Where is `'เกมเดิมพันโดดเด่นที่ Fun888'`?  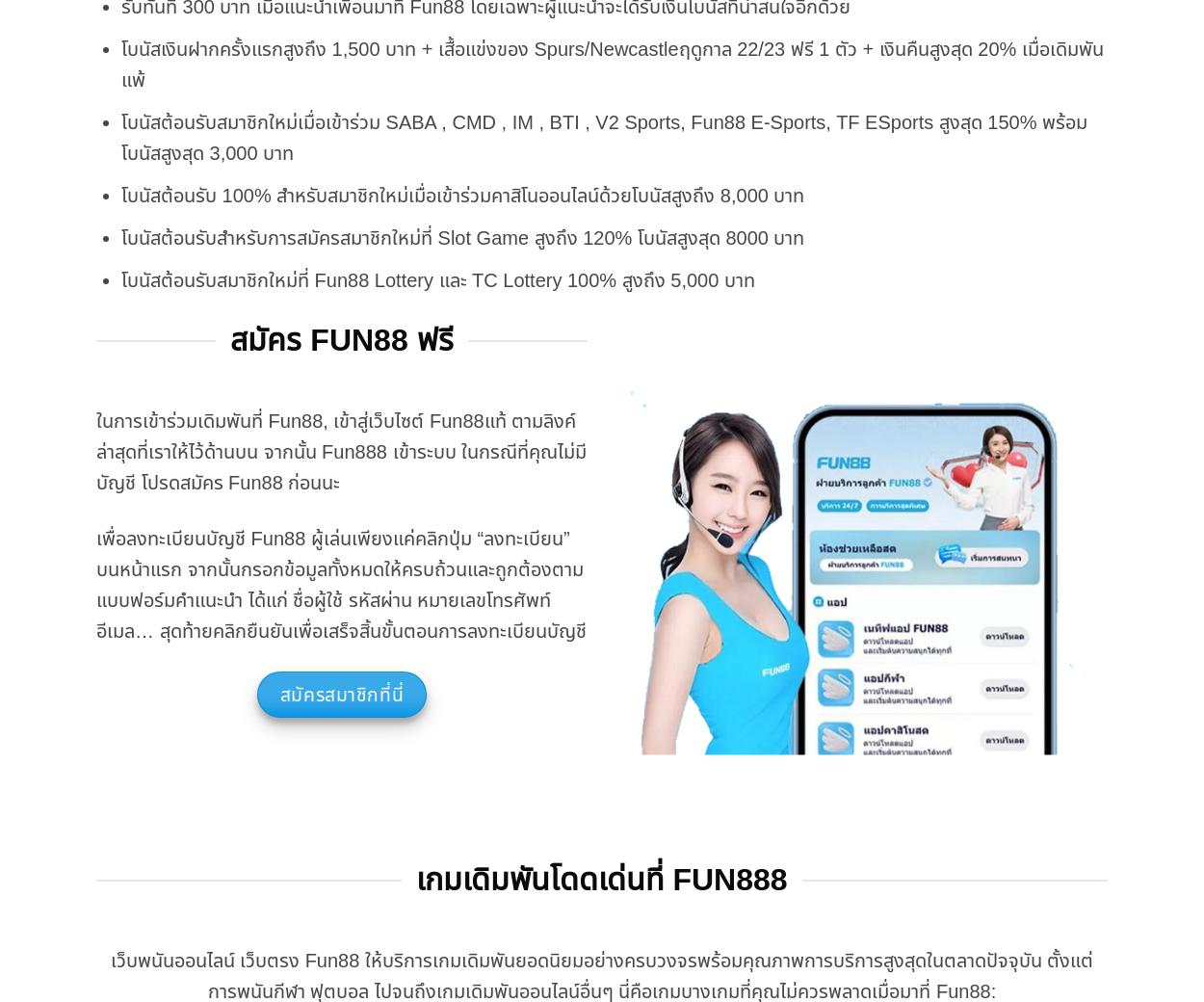 'เกมเดิมพันโดดเด่นที่ Fun888' is located at coordinates (600, 878).